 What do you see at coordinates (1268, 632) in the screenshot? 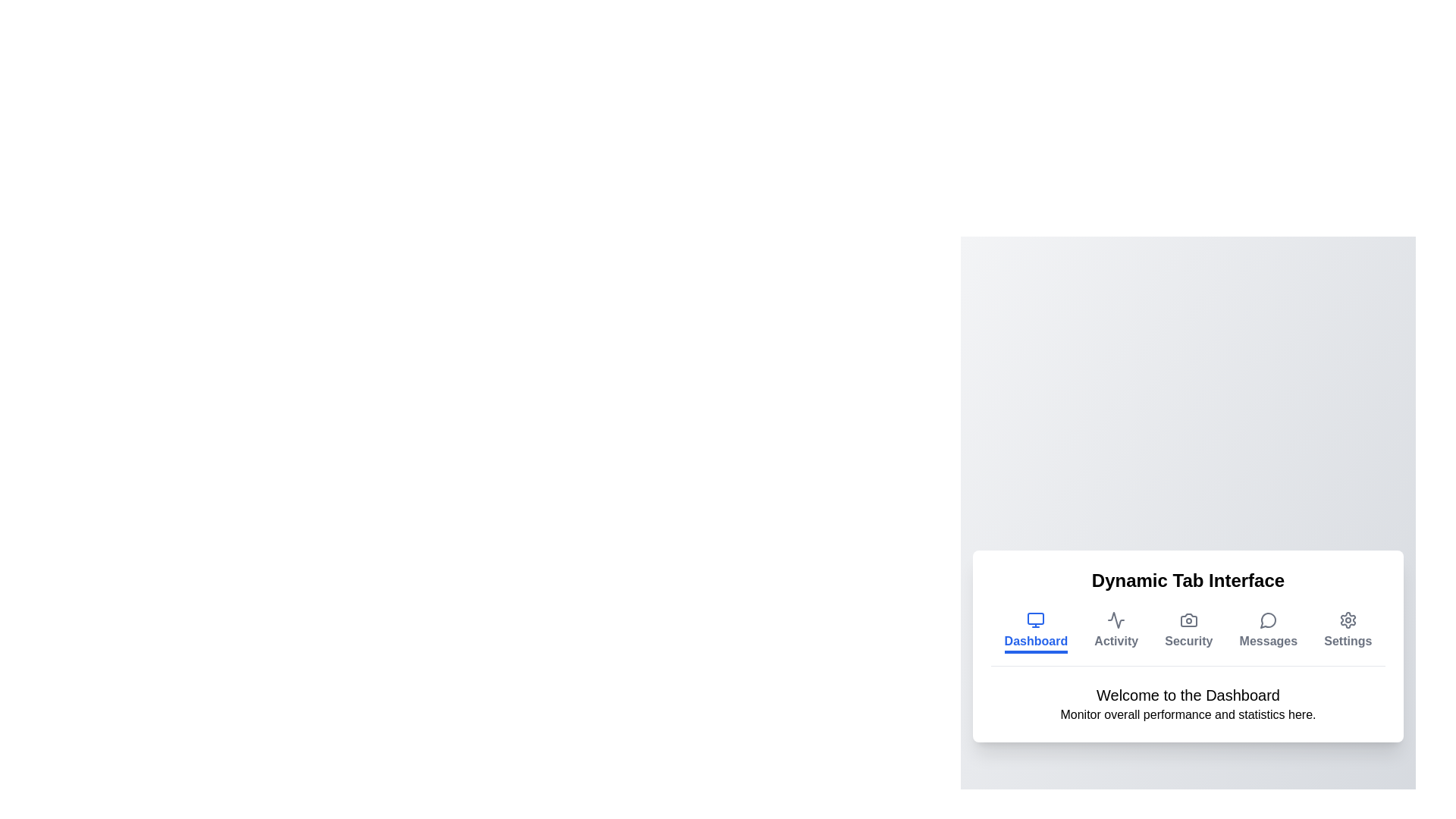
I see `the 'Messages' navigational tab button, which is the fourth item in the tab bar located at the bottom of the card element` at bounding box center [1268, 632].